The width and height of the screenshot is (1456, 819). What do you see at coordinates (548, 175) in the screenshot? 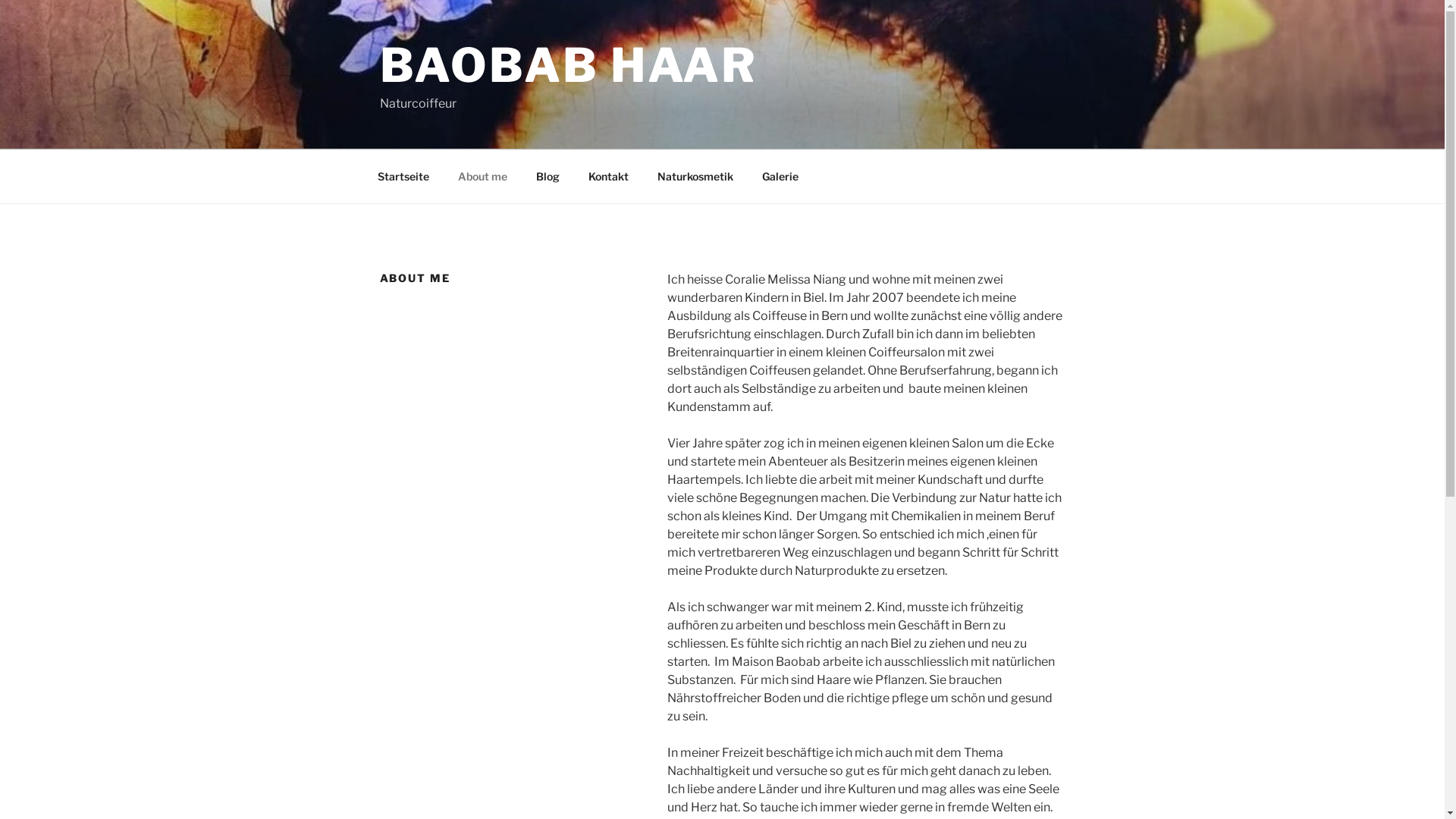
I see `'Blog'` at bounding box center [548, 175].